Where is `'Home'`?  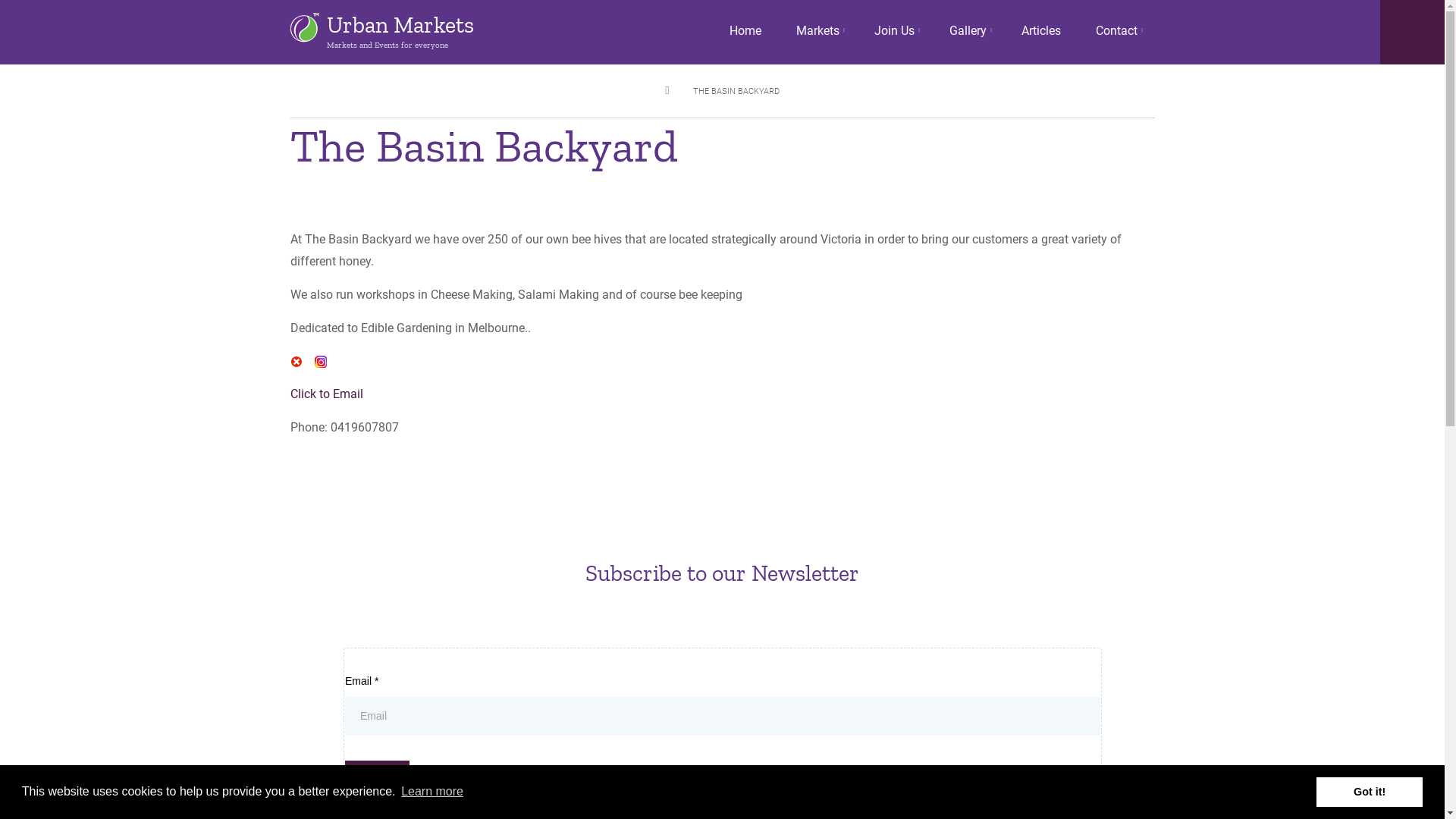 'Home' is located at coordinates (303, 27).